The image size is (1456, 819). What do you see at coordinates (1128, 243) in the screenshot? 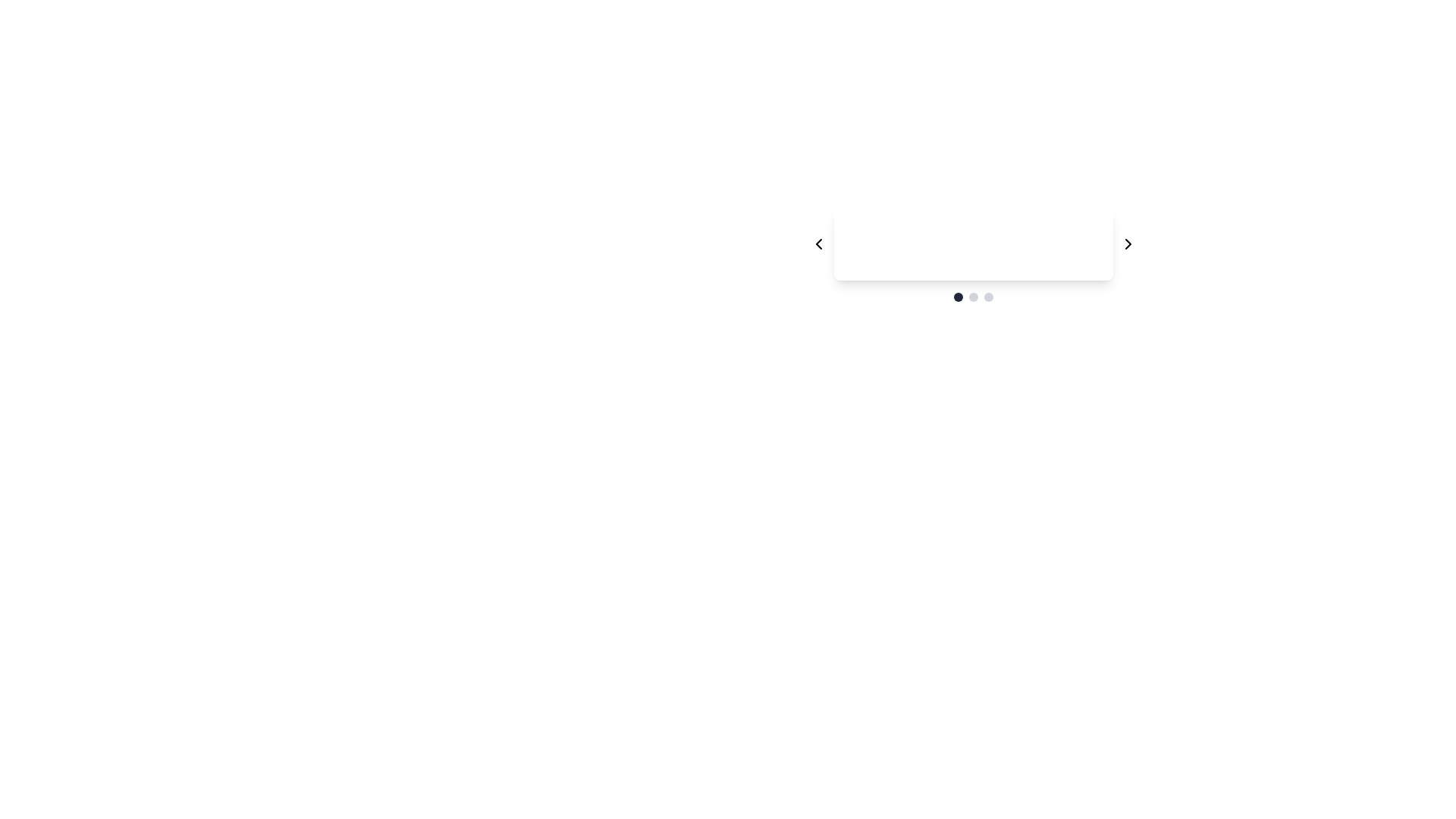
I see `the small button with a rightward chevron icon located at the far-right side of the card component` at bounding box center [1128, 243].